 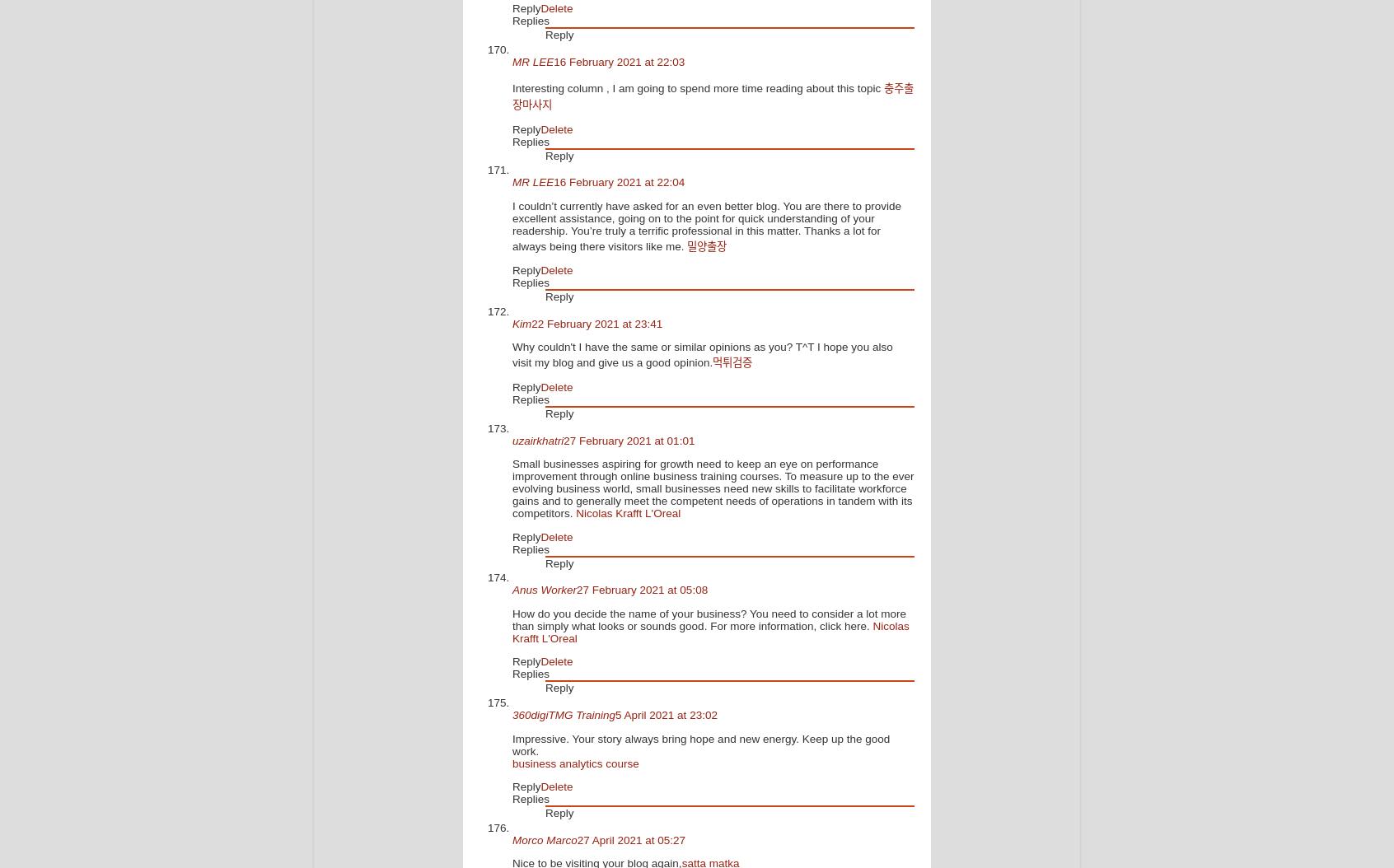 What do you see at coordinates (545, 589) in the screenshot?
I see `'Anus Worker'` at bounding box center [545, 589].